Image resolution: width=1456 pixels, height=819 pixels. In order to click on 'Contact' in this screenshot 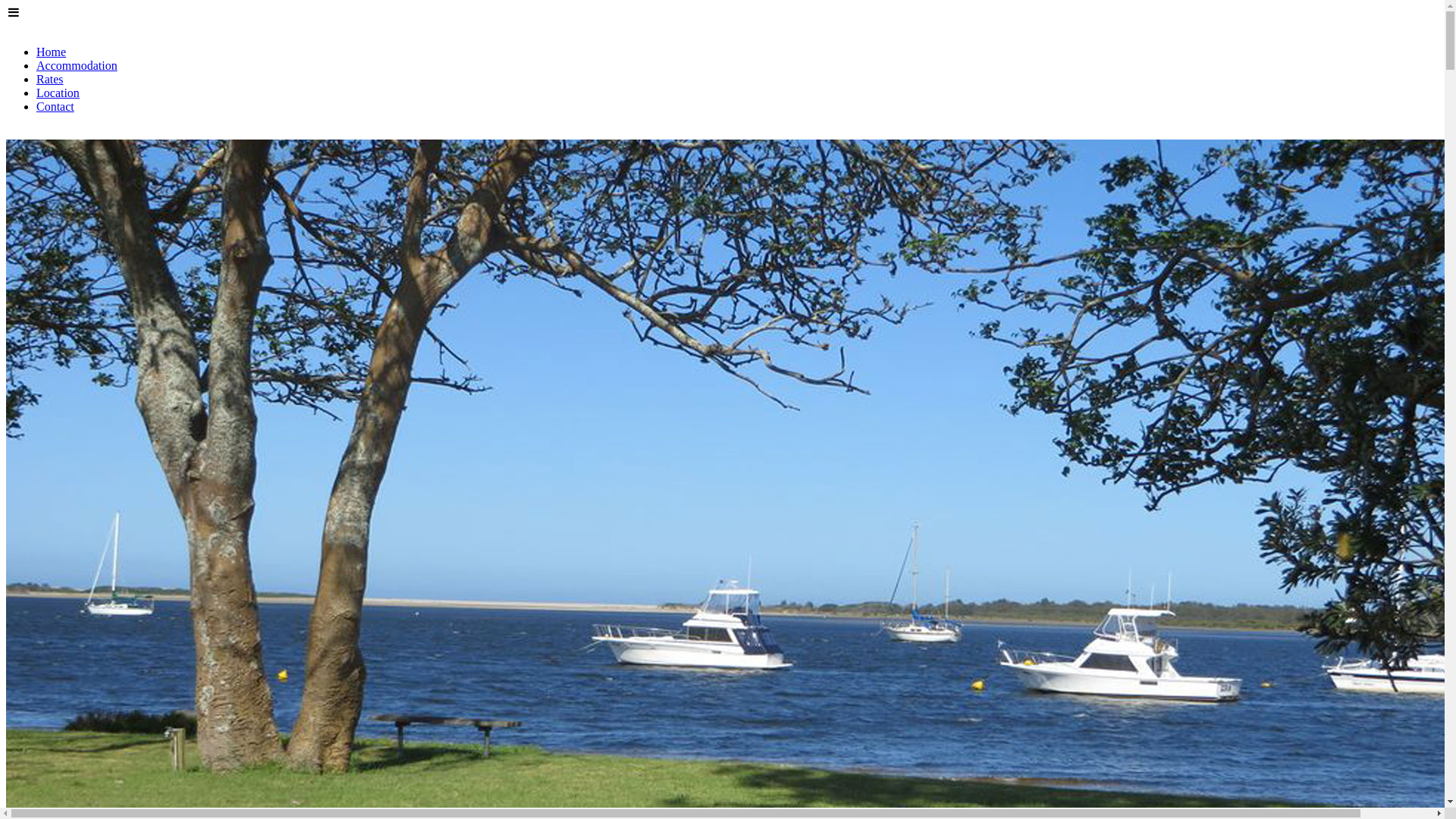, I will do `click(55, 105)`.